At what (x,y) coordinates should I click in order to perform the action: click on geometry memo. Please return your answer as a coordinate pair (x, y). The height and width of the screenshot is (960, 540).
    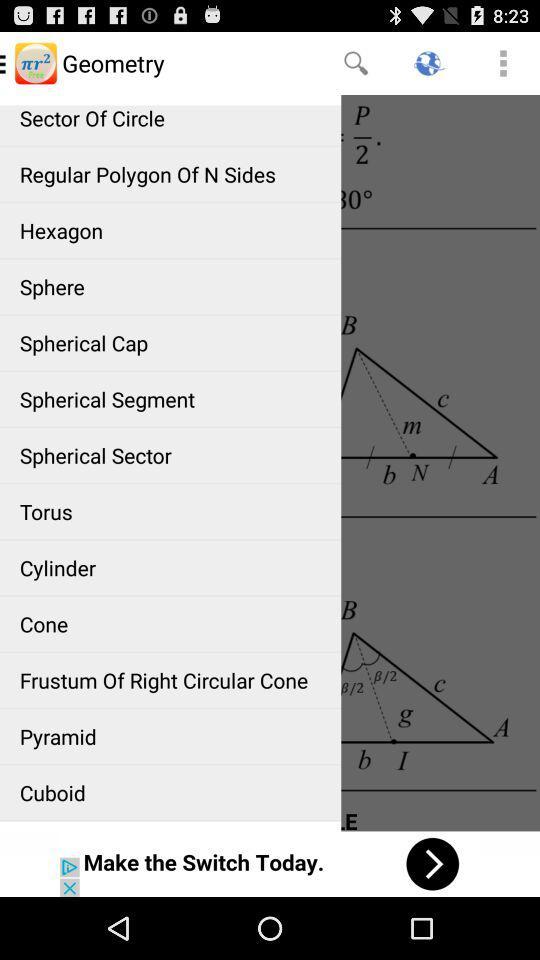
    Looking at the image, I should click on (270, 462).